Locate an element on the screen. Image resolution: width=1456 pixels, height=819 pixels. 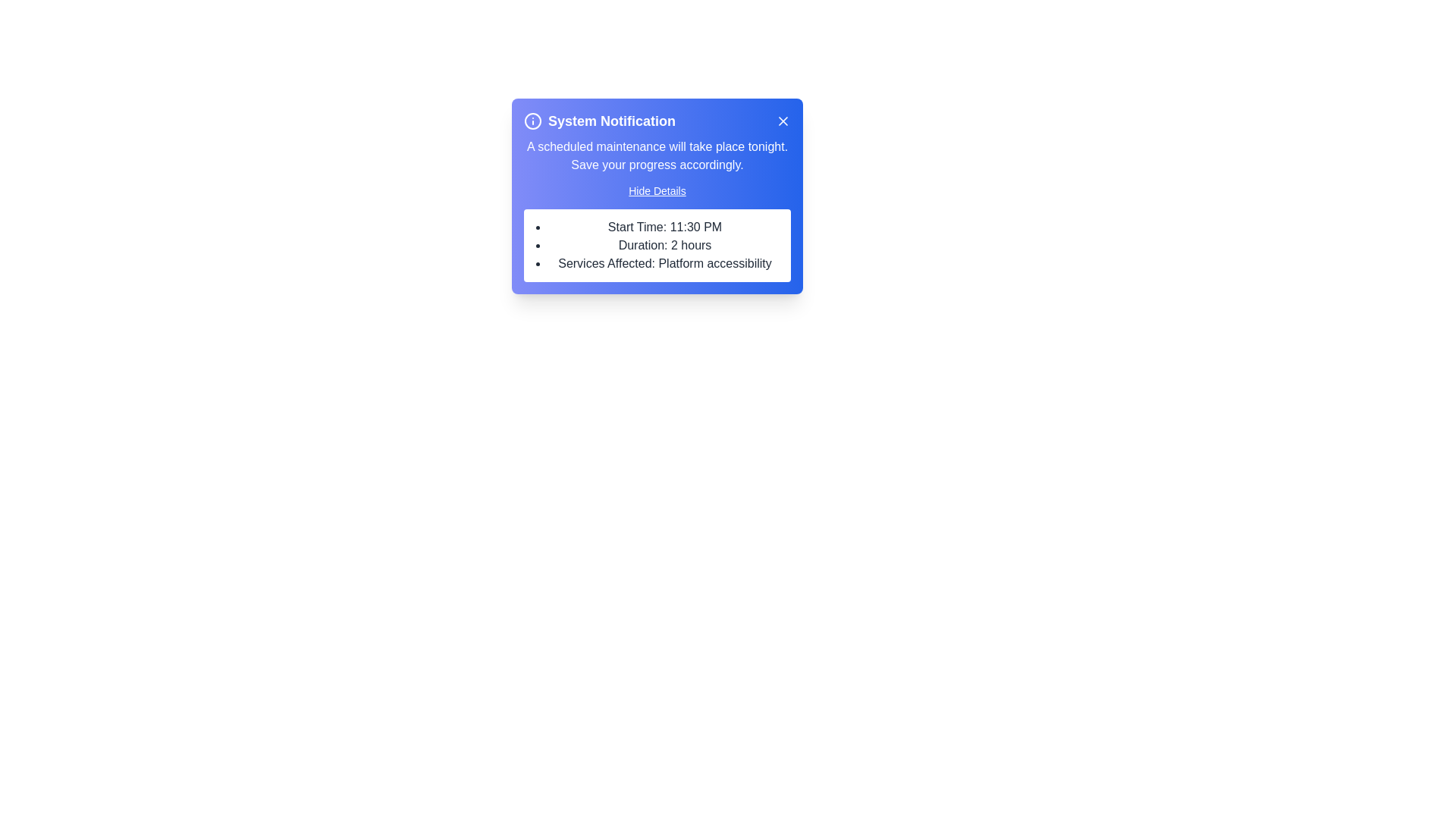
the 'X' button to close the notification is located at coordinates (783, 120).